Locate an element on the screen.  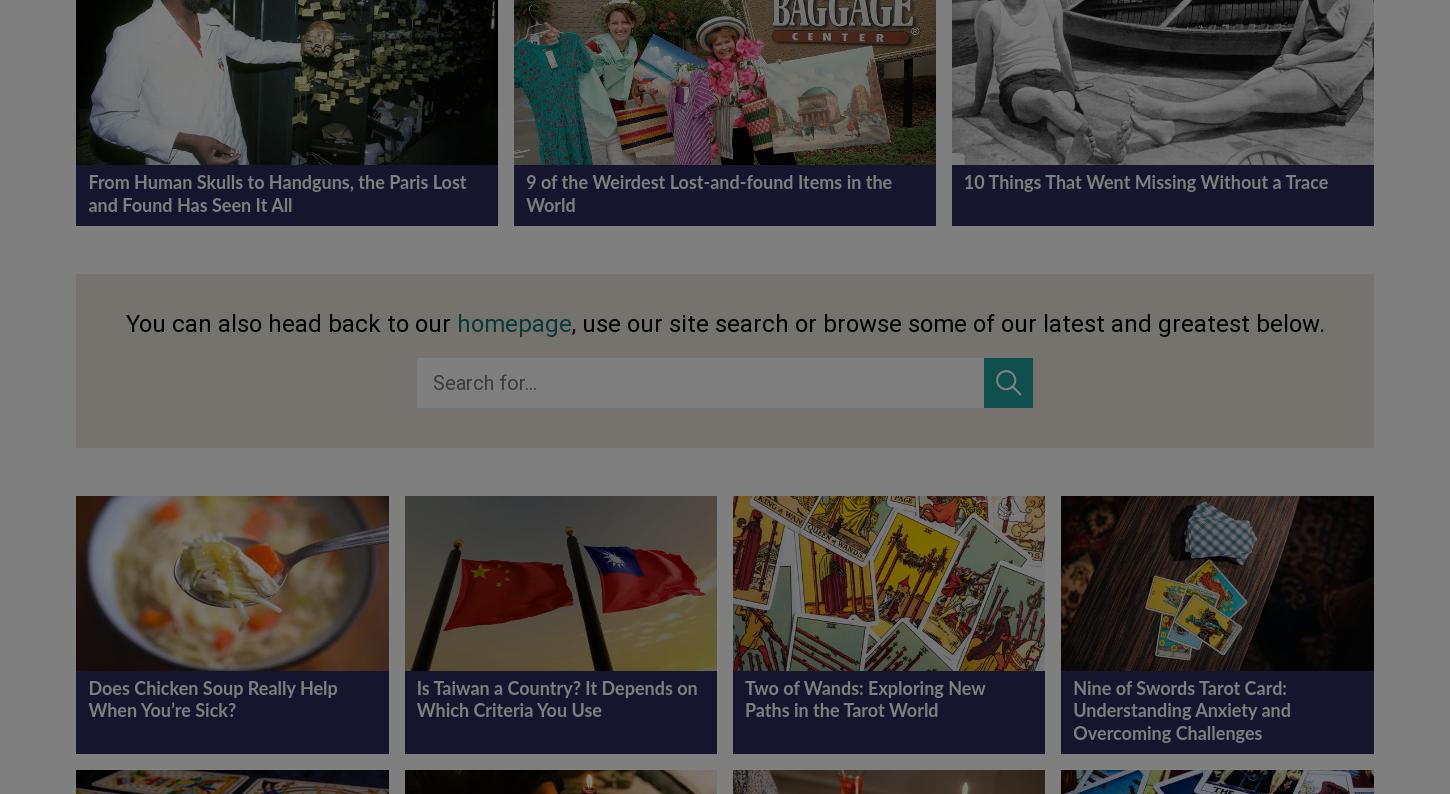
'Nine of Swords Tarot Card: Understanding Anxiety and Overcoming Challenges' is located at coordinates (1180, 711).